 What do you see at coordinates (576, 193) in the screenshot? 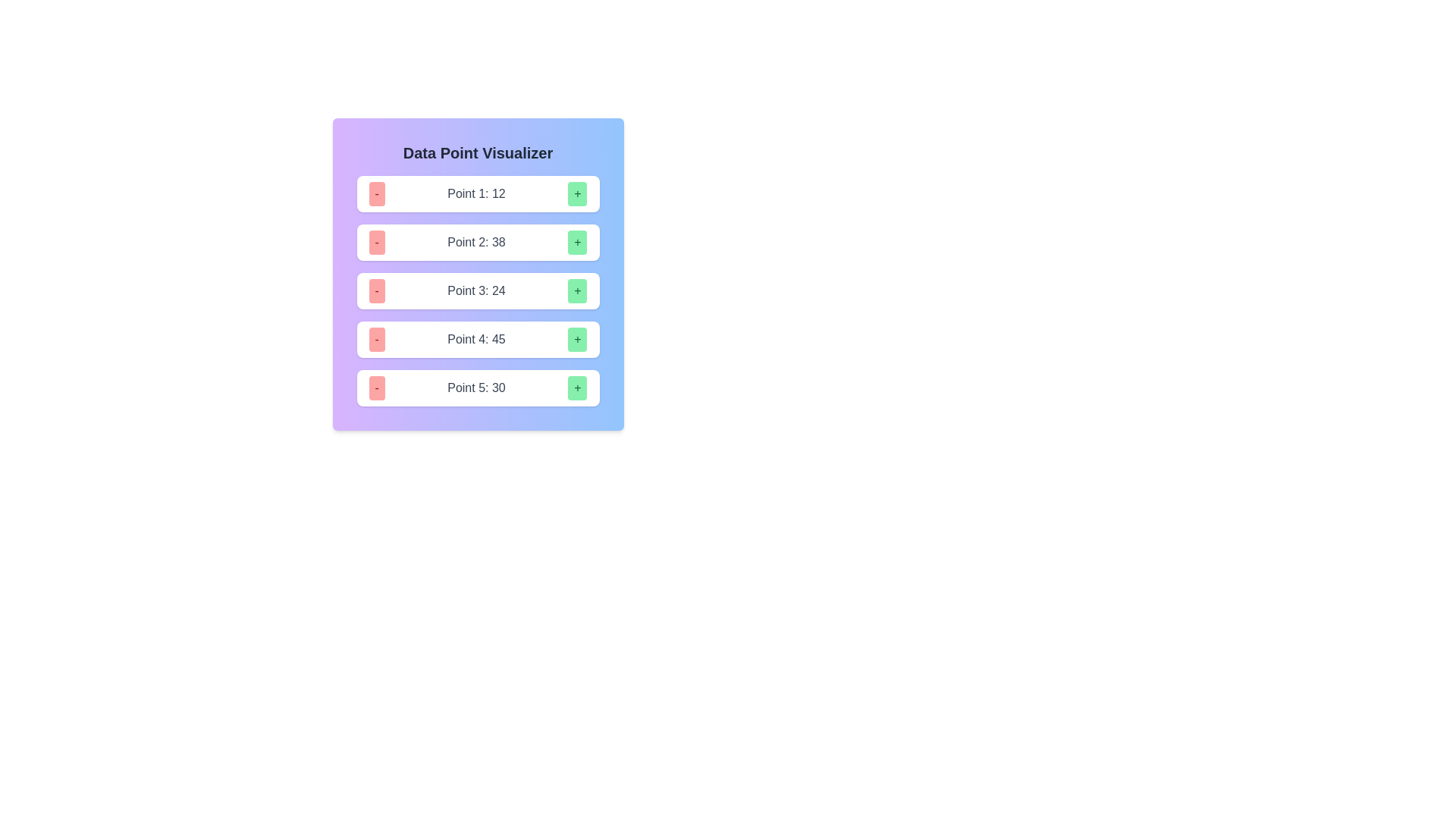
I see `the increment button located at the far right of the row labeled 'Point 1: 12' to increase the numerical value` at bounding box center [576, 193].